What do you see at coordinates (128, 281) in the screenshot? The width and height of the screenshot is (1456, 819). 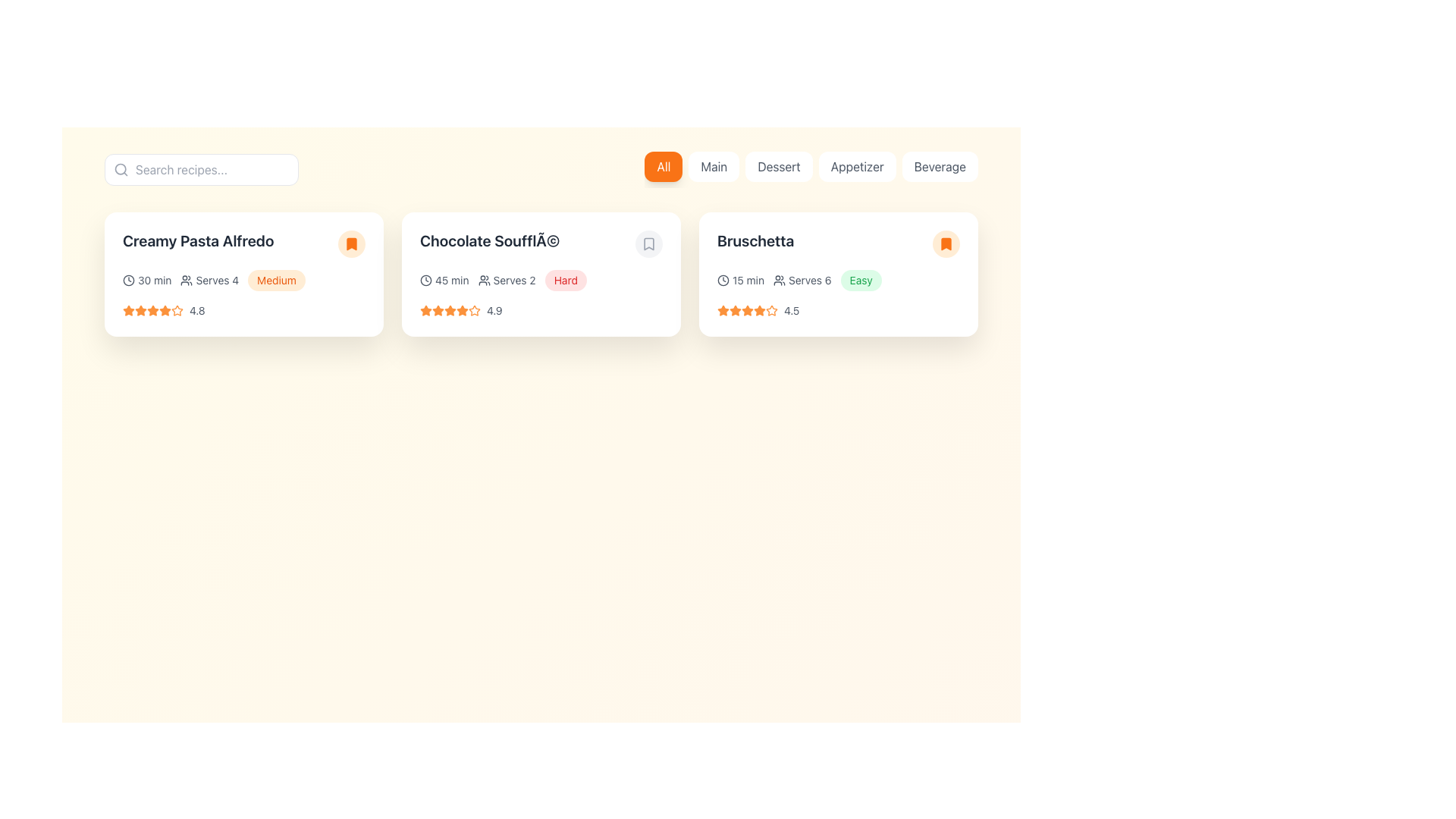 I see `outer circular part of the clock-like icon representing time-related information for the 'Creamy Pasta Alfredo' recipe` at bounding box center [128, 281].